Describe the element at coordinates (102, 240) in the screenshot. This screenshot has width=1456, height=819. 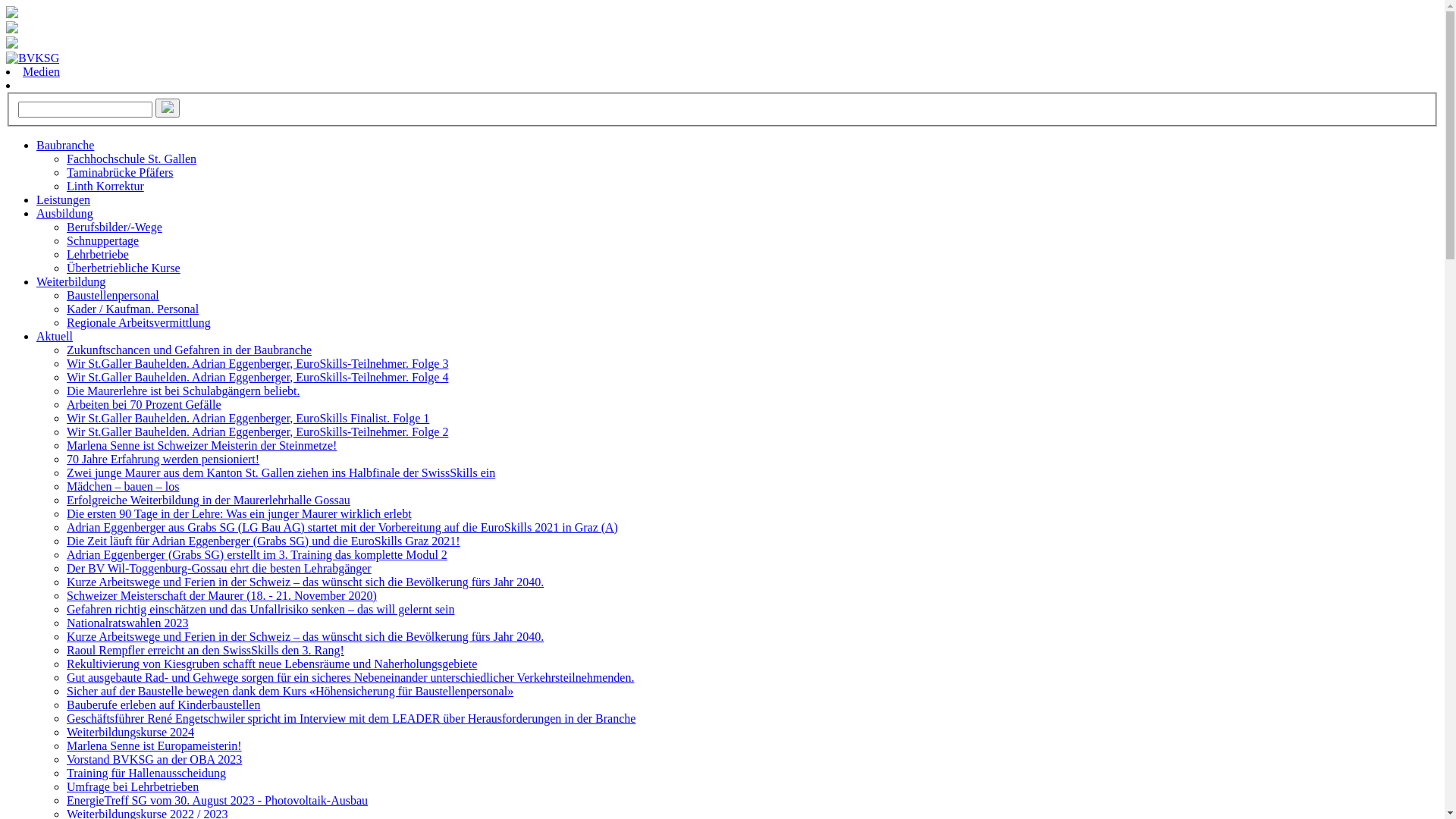
I see `'Schnuppertage'` at that location.